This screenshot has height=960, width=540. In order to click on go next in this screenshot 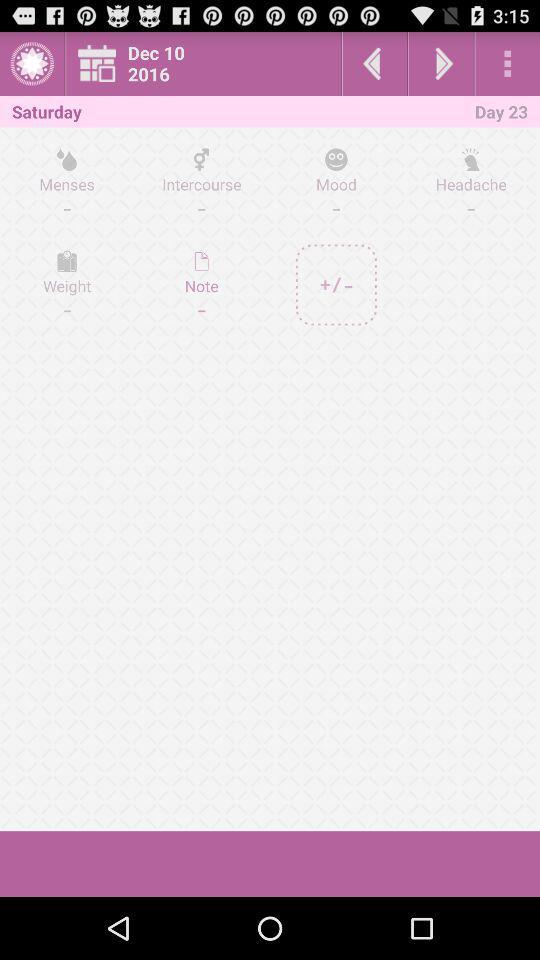, I will do `click(441, 63)`.